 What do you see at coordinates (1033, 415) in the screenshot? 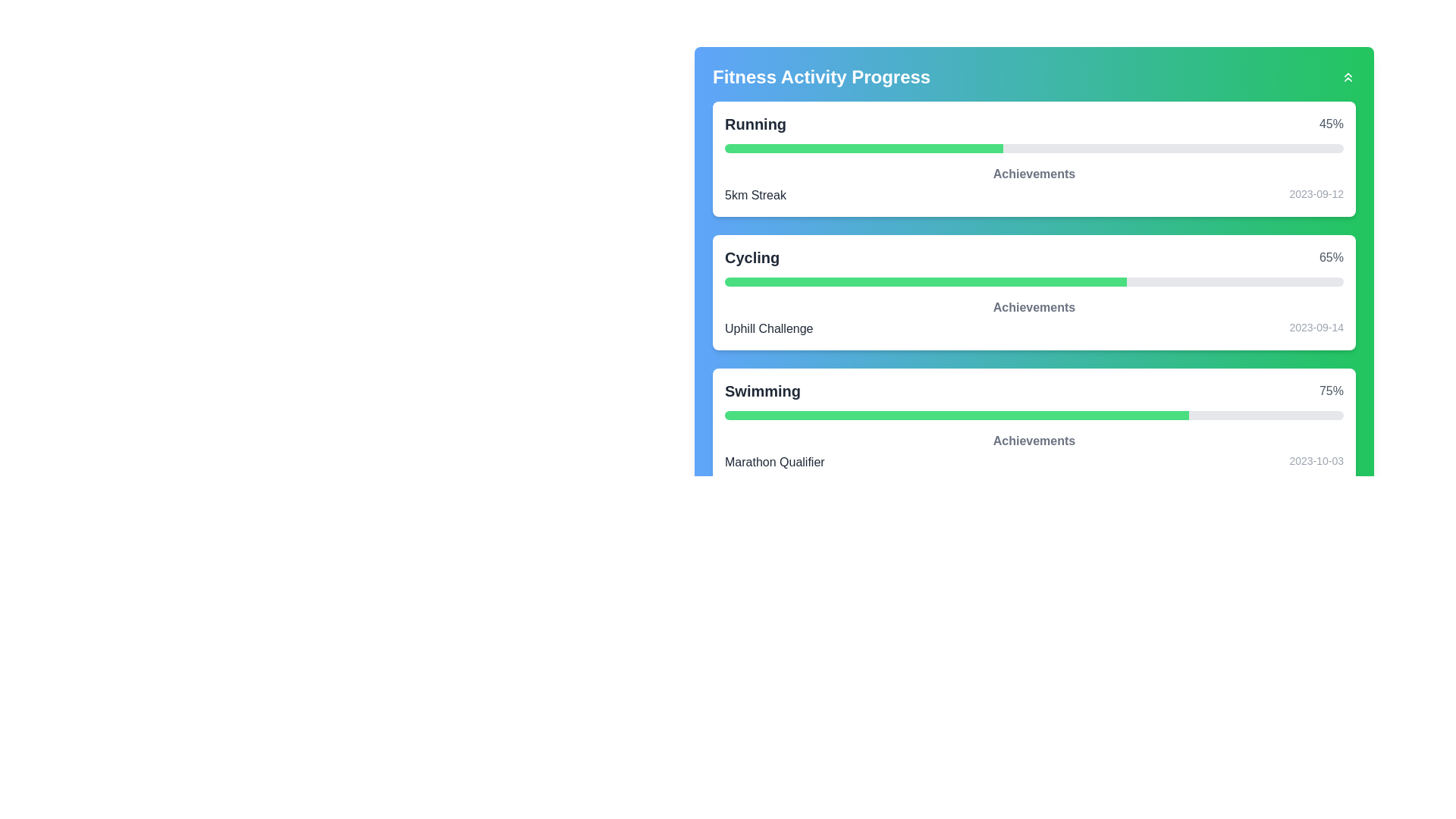
I see `the progress bar representing 75% completion in swimming activity, located below the 'Swimming' label and above the 'Achievements' label` at bounding box center [1033, 415].